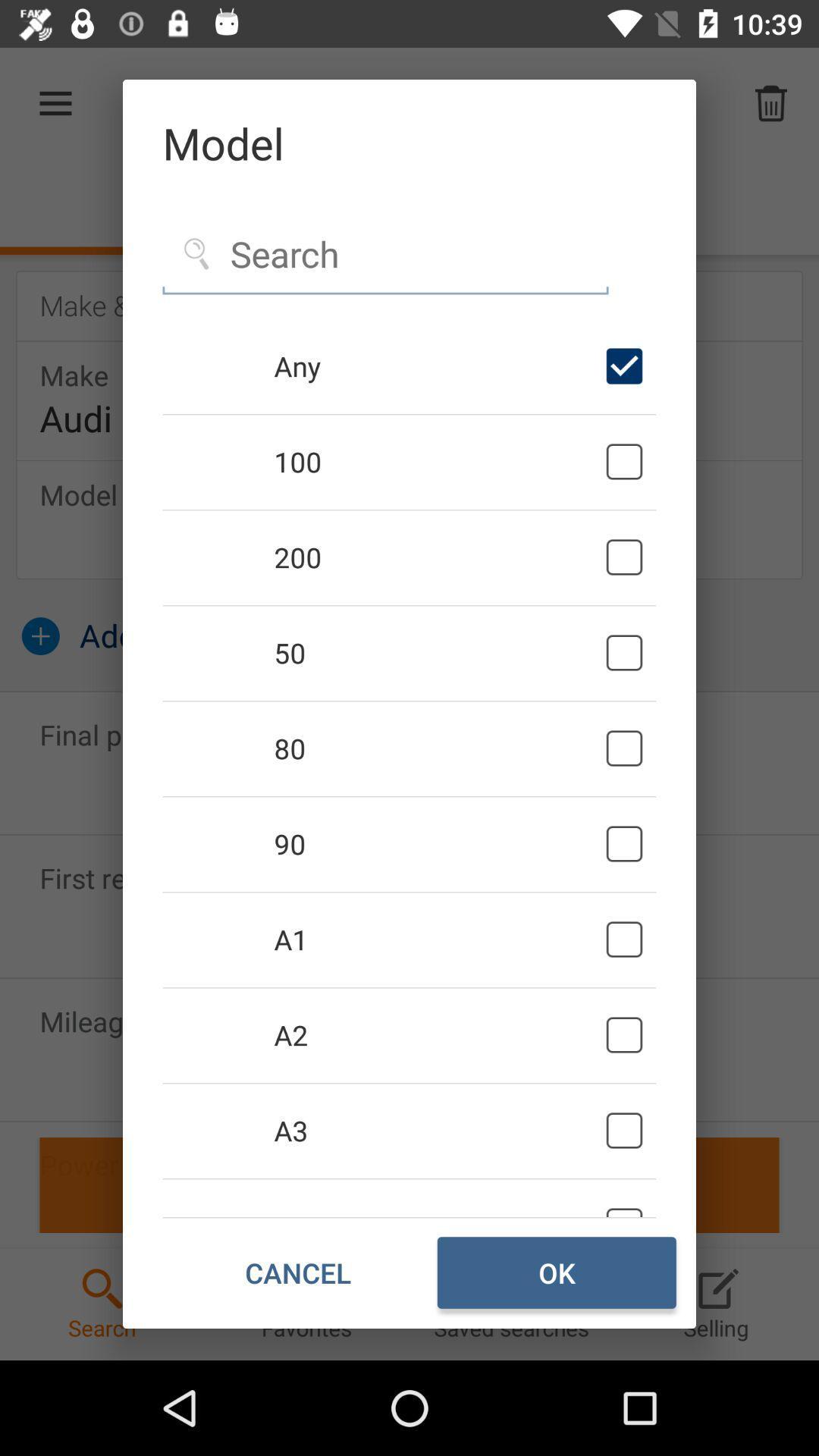 This screenshot has height=1456, width=819. What do you see at coordinates (437, 461) in the screenshot?
I see `icon above 200 item` at bounding box center [437, 461].